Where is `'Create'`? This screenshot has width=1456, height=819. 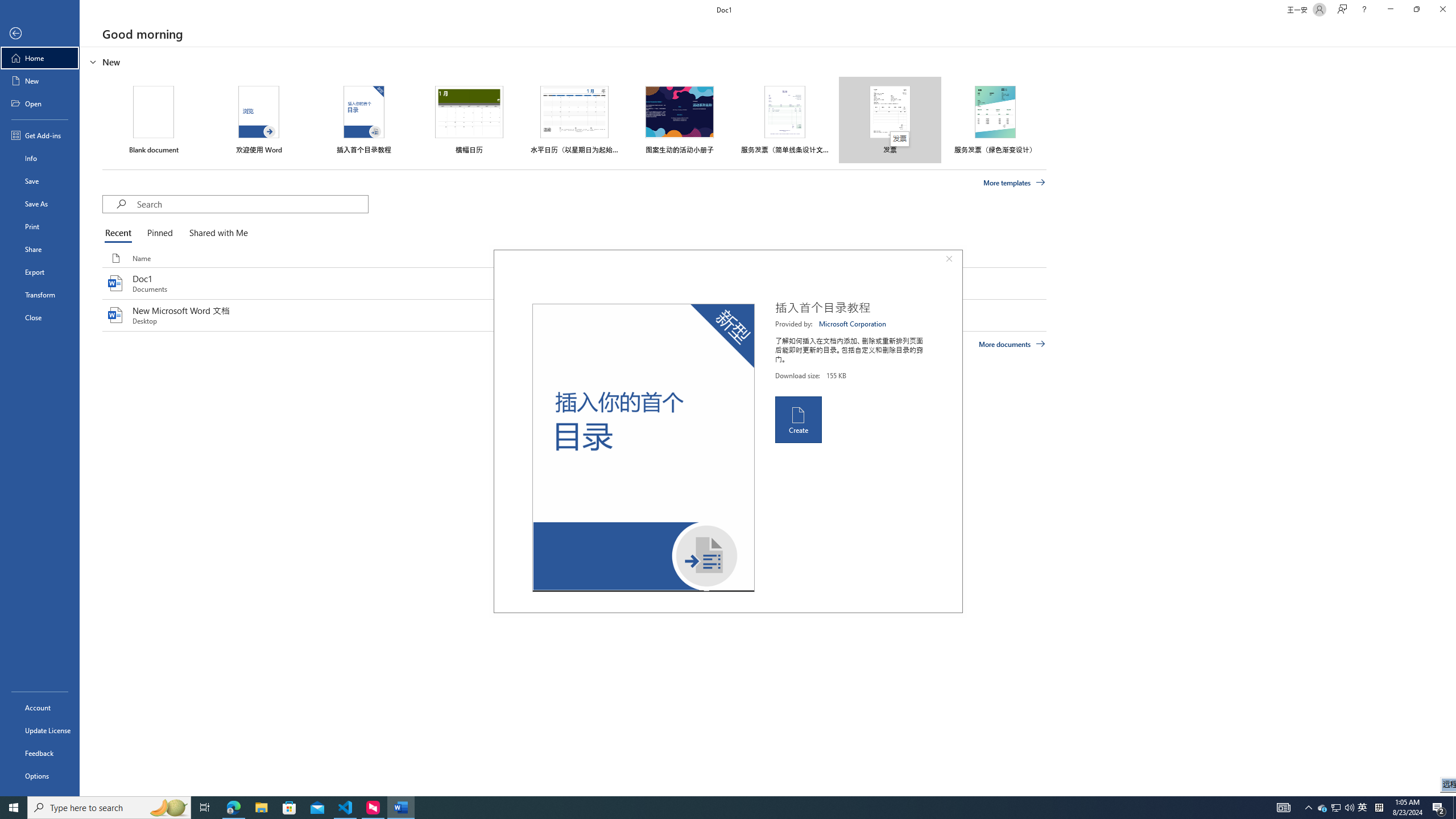 'Create' is located at coordinates (797, 419).